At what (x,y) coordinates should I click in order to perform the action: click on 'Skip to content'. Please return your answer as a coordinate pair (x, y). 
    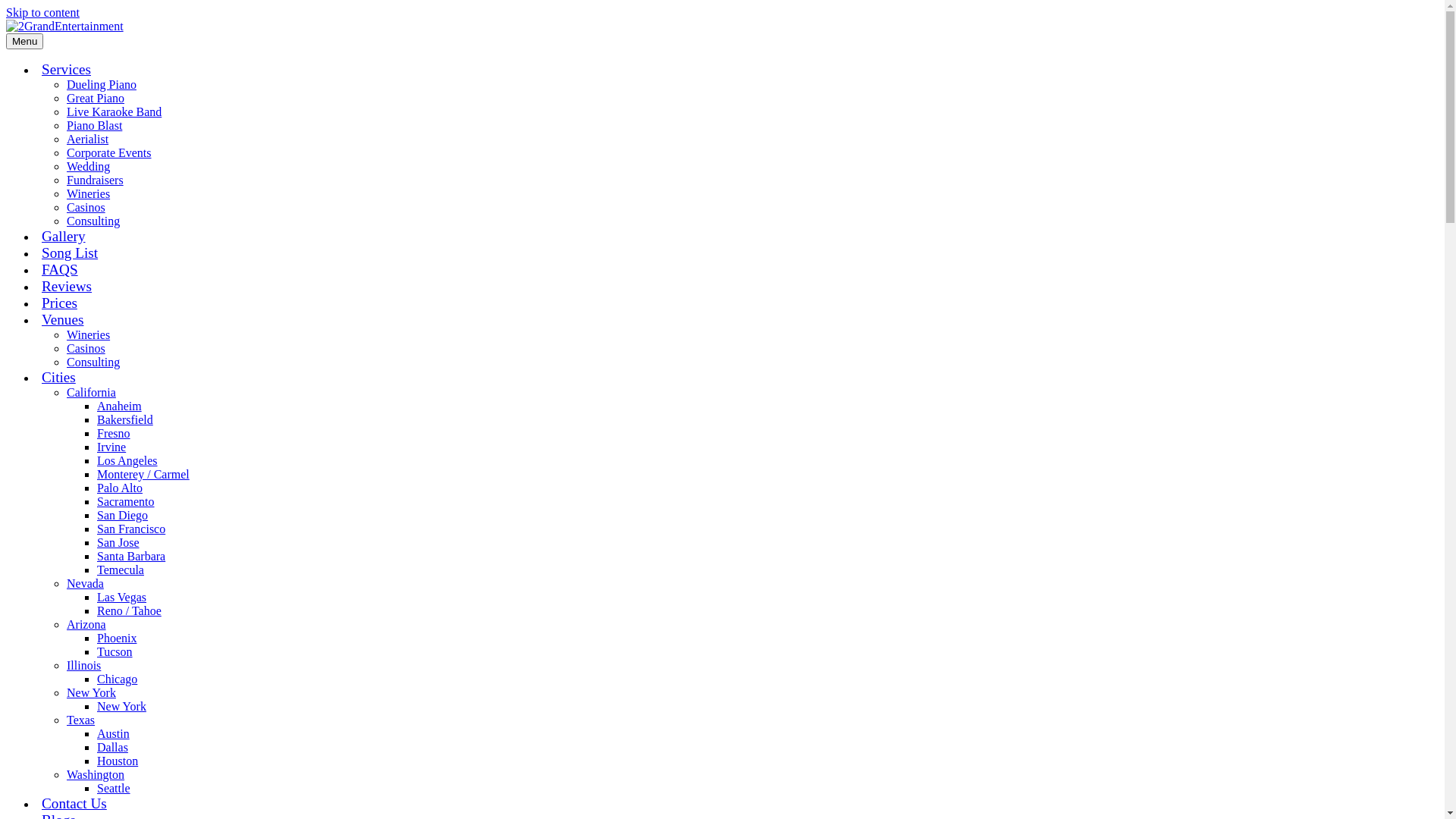
    Looking at the image, I should click on (42, 12).